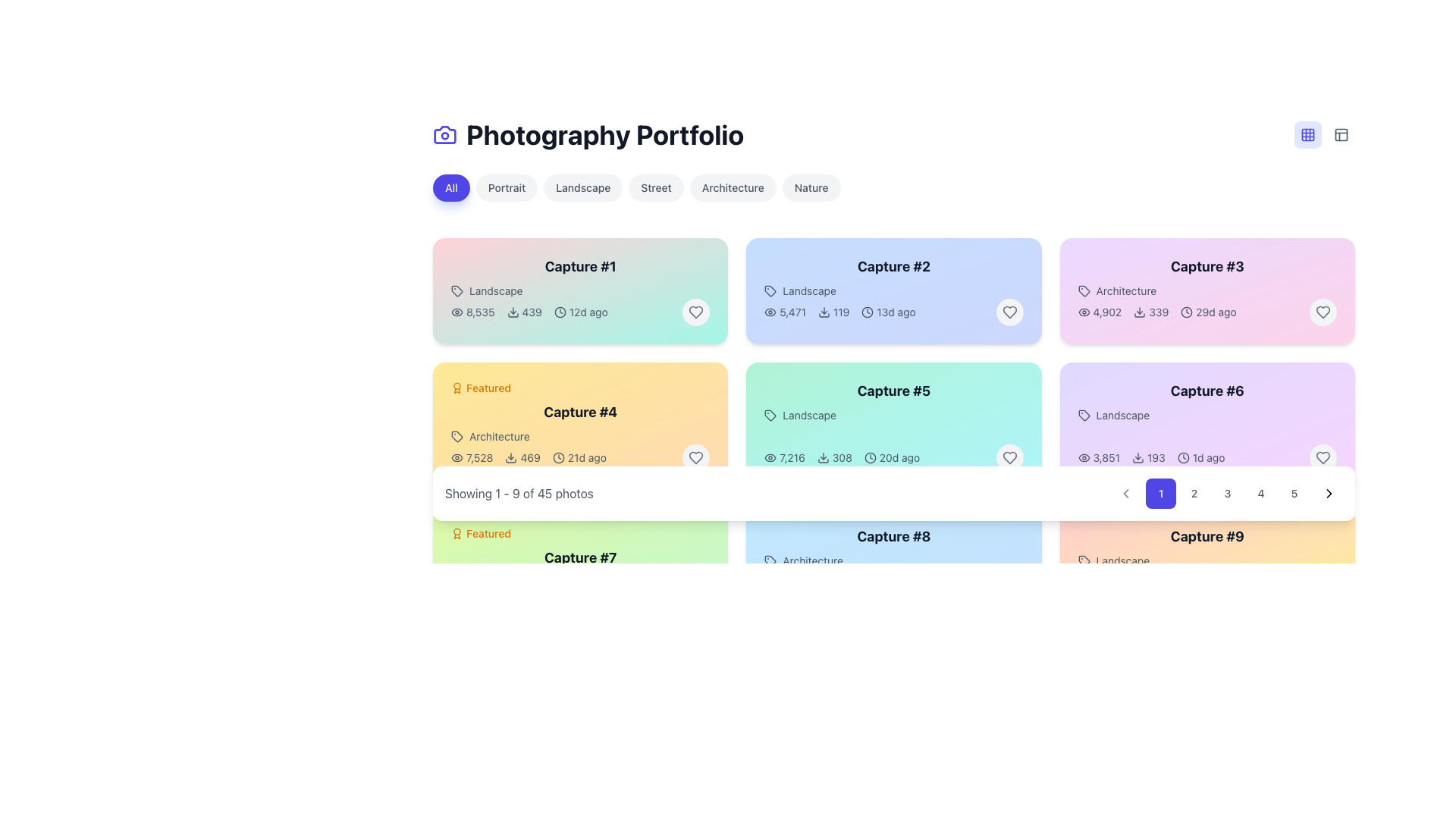 The image size is (1456, 819). What do you see at coordinates (833, 457) in the screenshot?
I see `the combined UI component displaying the text '308' and a downward-pointing arrow icon, which indicates a download action` at bounding box center [833, 457].